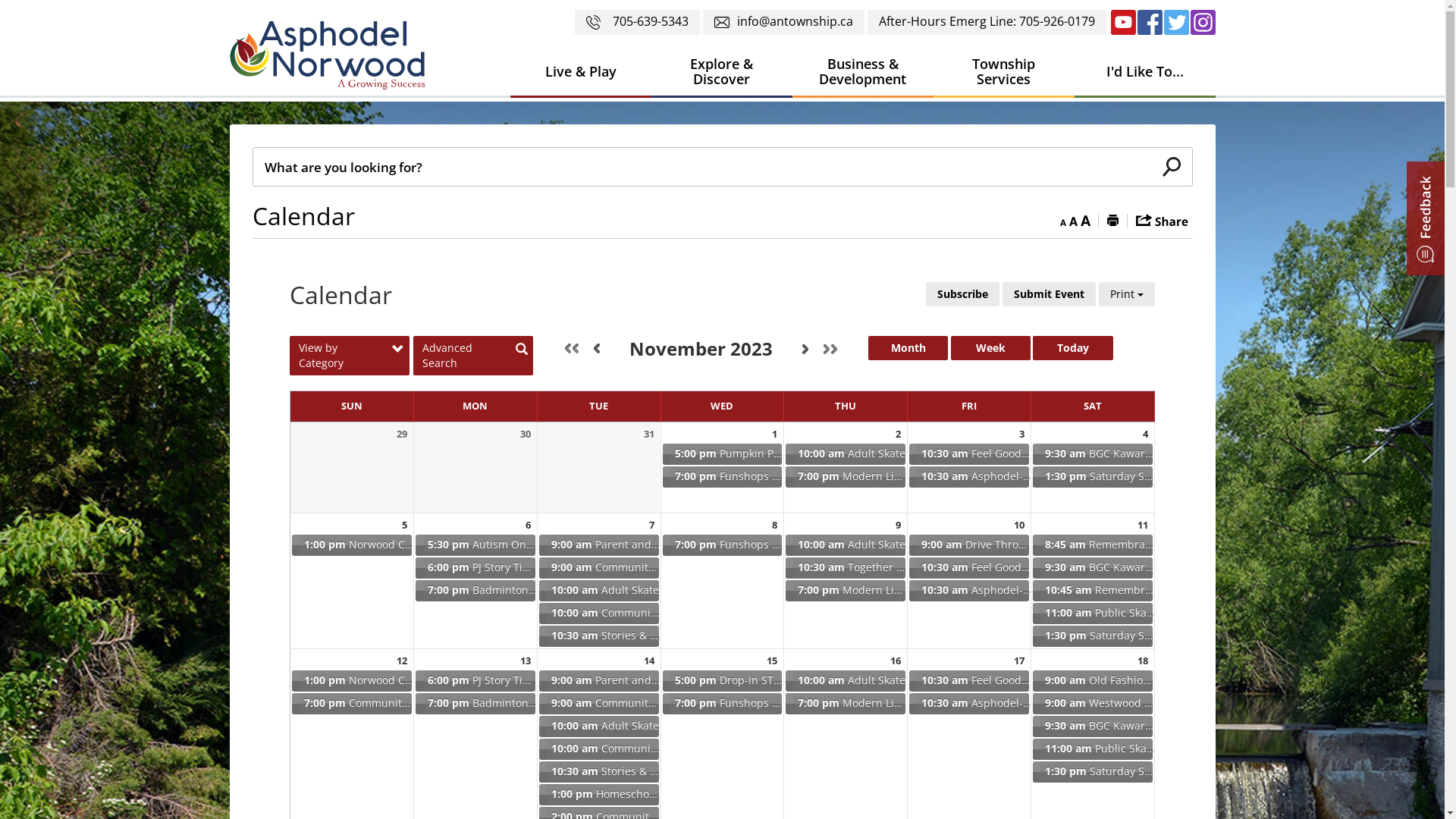 The image size is (1456, 819). What do you see at coordinates (1171, 166) in the screenshot?
I see `'SEARCH'` at bounding box center [1171, 166].